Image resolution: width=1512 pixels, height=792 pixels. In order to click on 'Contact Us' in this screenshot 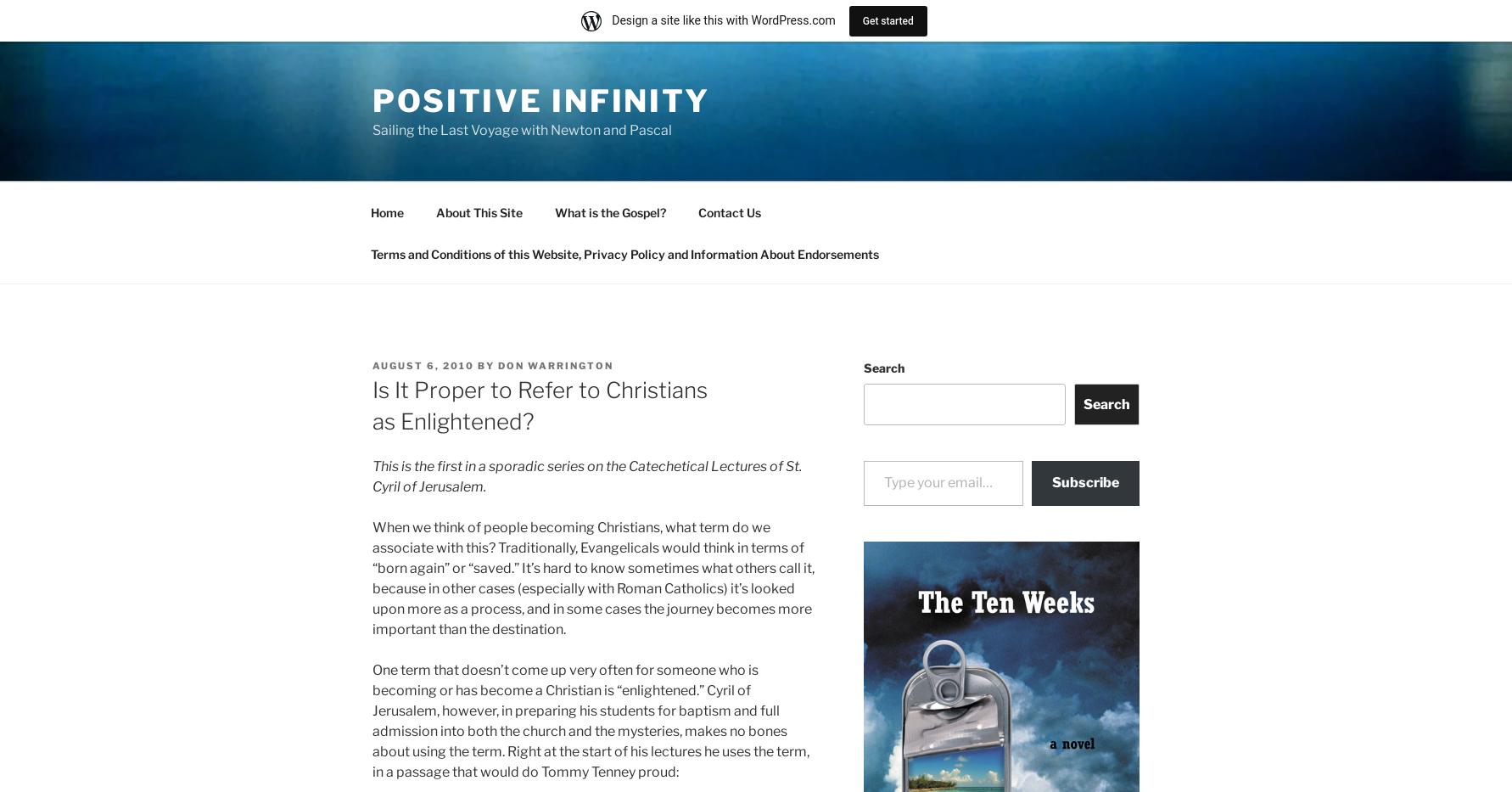, I will do `click(727, 211)`.